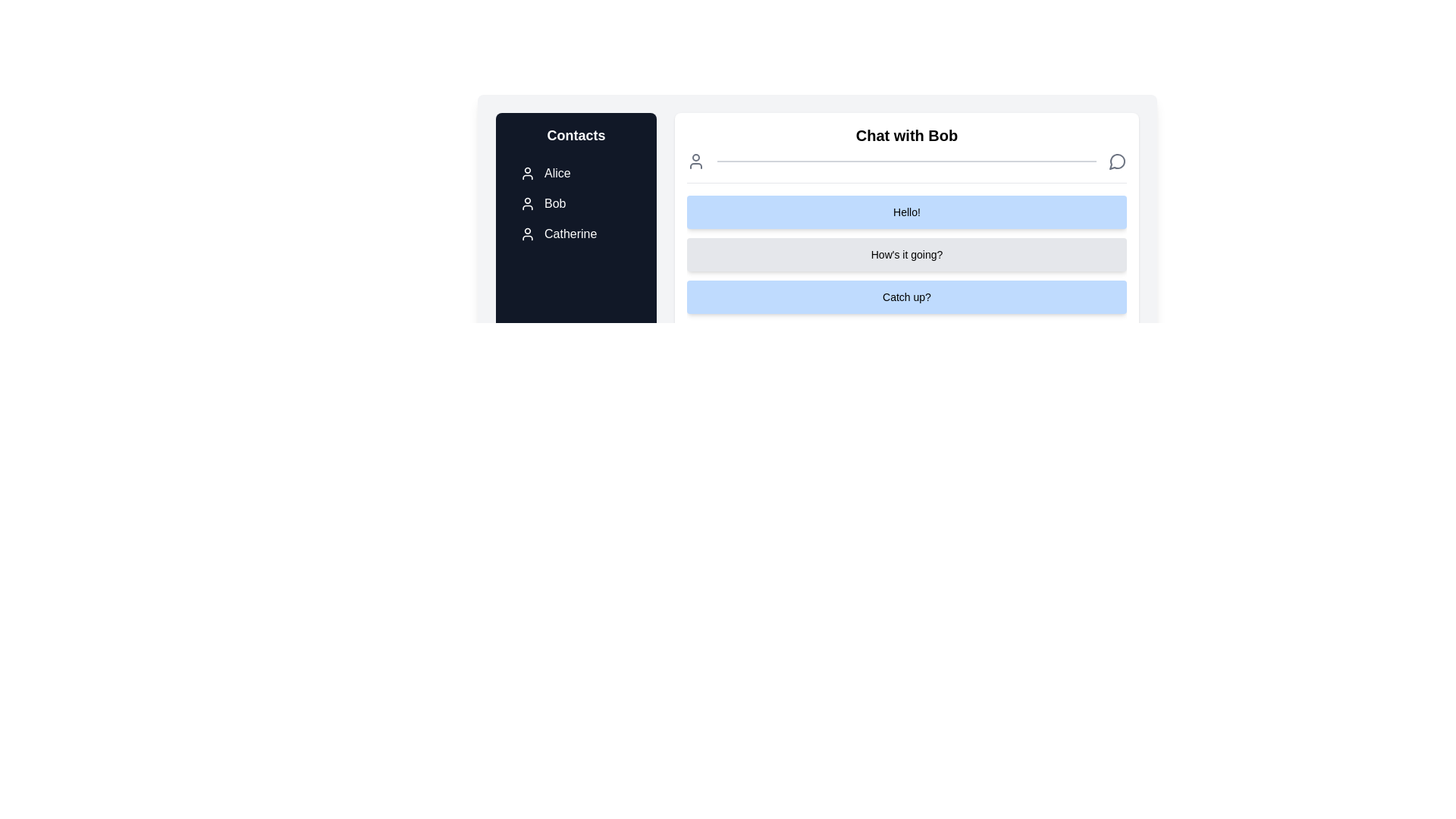 The height and width of the screenshot is (819, 1456). What do you see at coordinates (528, 234) in the screenshot?
I see `the user profile icon representing 'Catherine', which is a simple round head and semi-circular torso icon located in the sidebar under the 'Contacts' section` at bounding box center [528, 234].